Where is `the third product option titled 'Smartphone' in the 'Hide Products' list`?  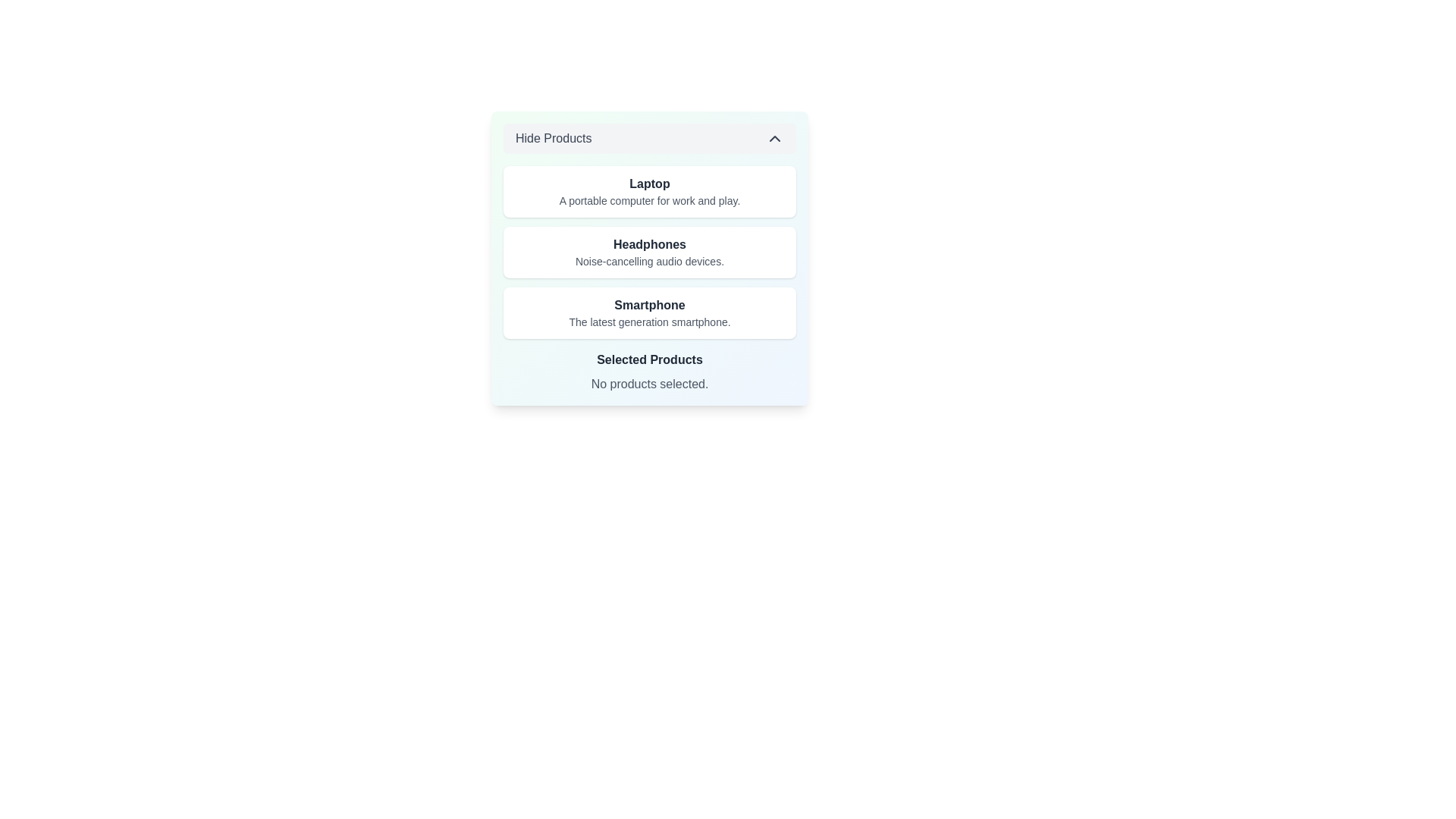
the third product option titled 'Smartphone' in the 'Hide Products' list is located at coordinates (650, 280).